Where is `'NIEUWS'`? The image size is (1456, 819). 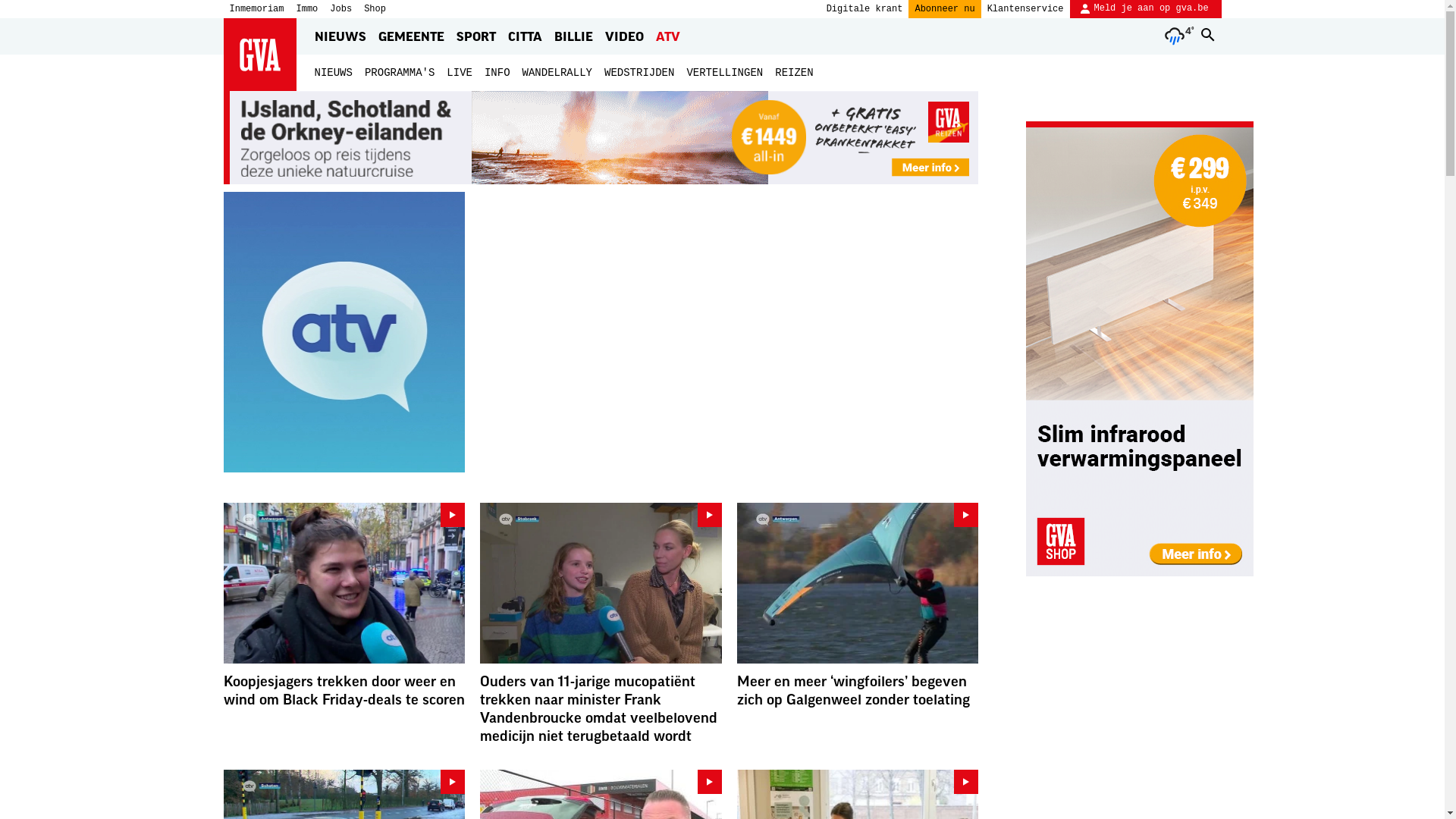
'NIEUWS' is located at coordinates (338, 35).